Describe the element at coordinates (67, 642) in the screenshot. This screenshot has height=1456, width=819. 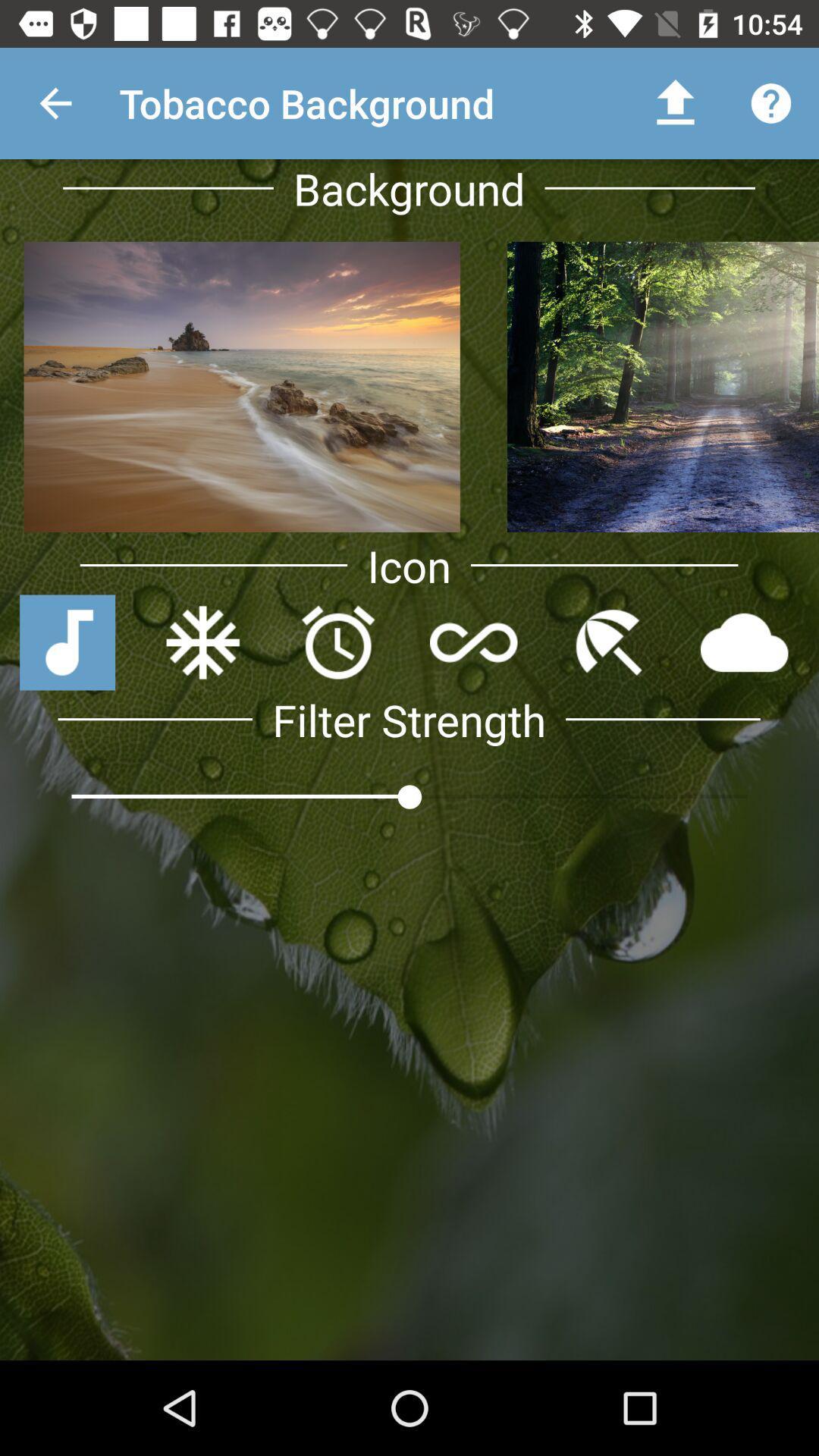
I see `the music icon` at that location.